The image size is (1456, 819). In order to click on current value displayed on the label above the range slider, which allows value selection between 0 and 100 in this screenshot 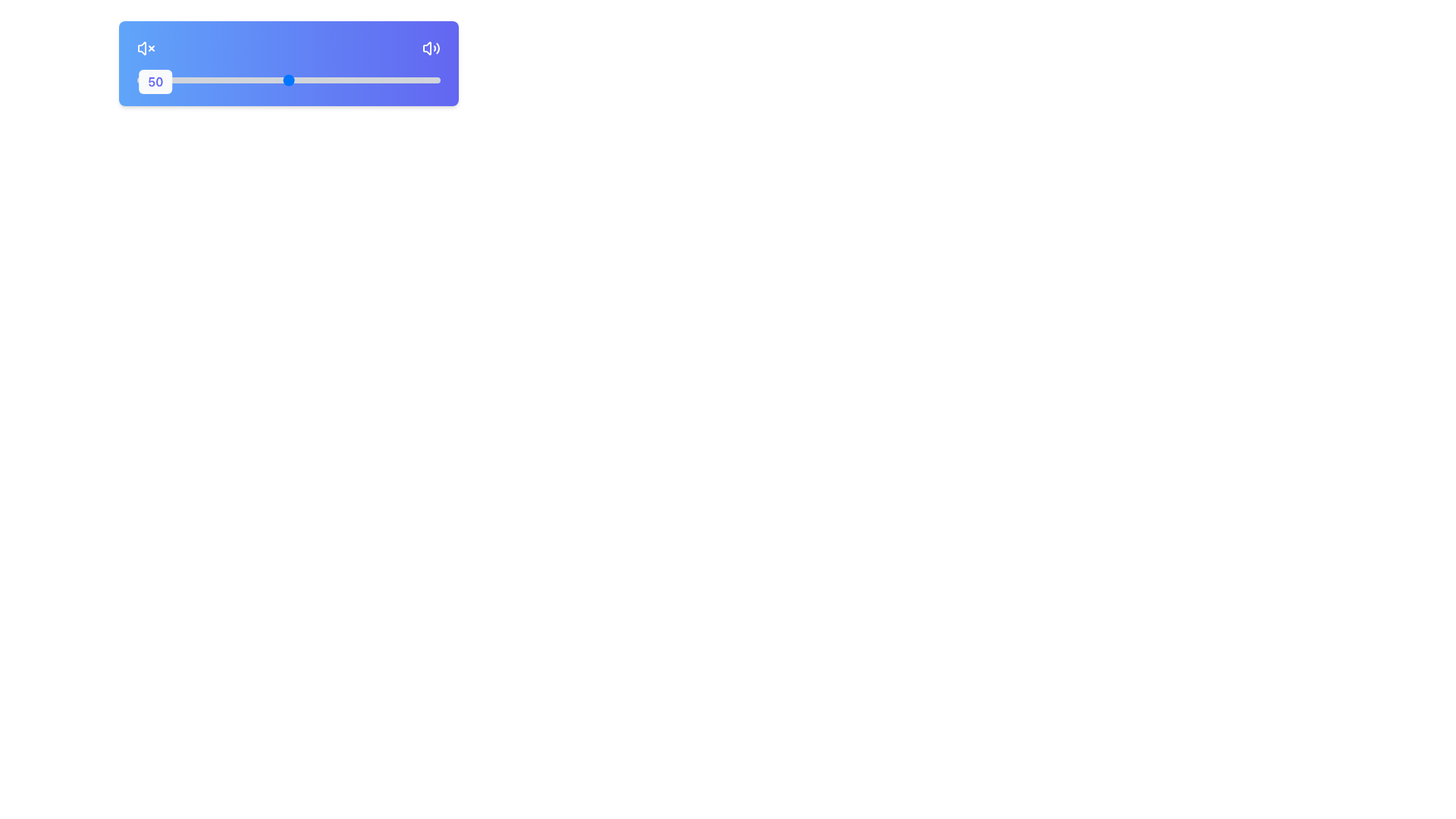, I will do `click(288, 79)`.